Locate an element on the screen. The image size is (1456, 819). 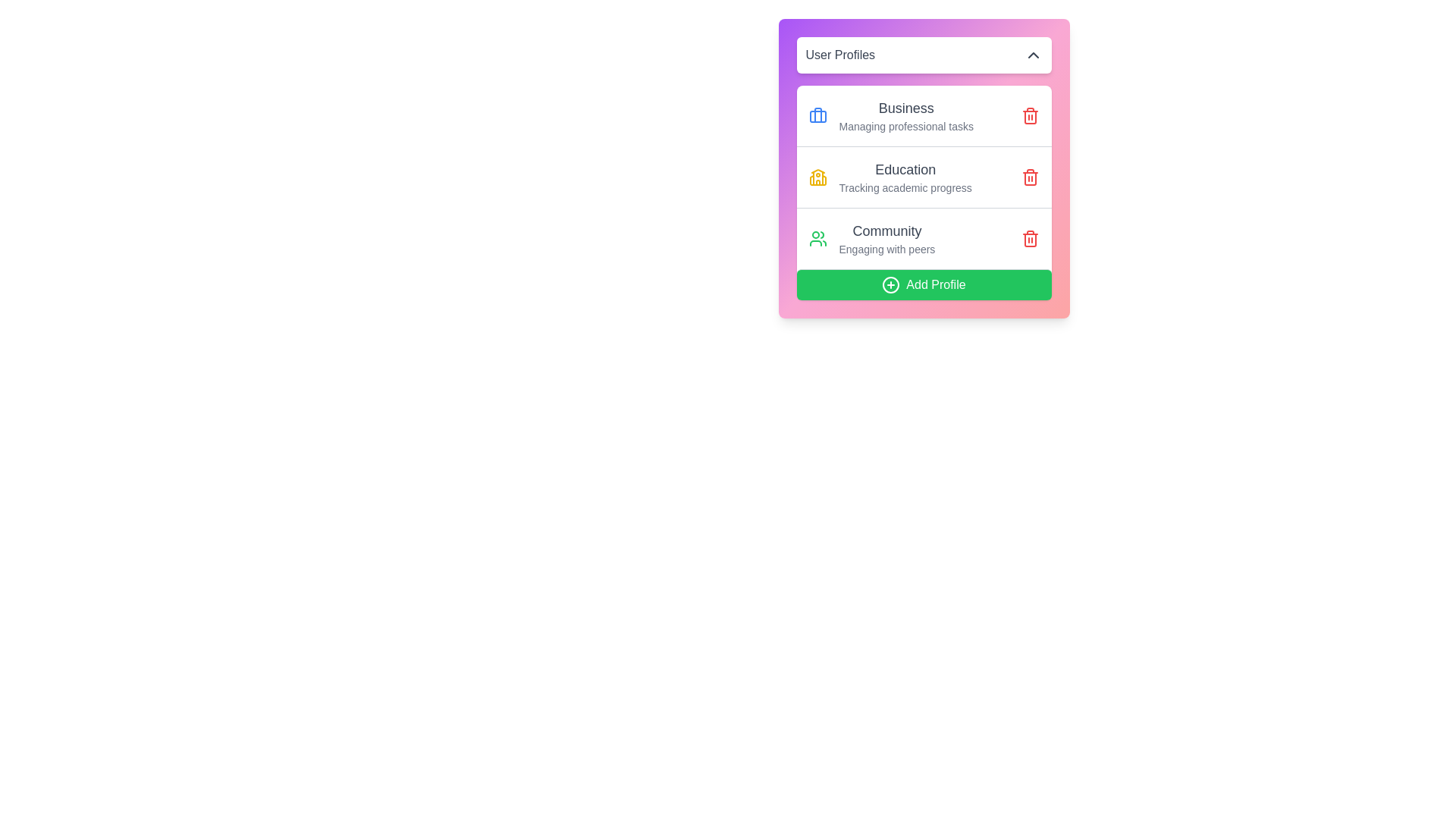
the Text label displaying 'Community' with the phrase 'Engaging with peers' below it is located at coordinates (886, 239).